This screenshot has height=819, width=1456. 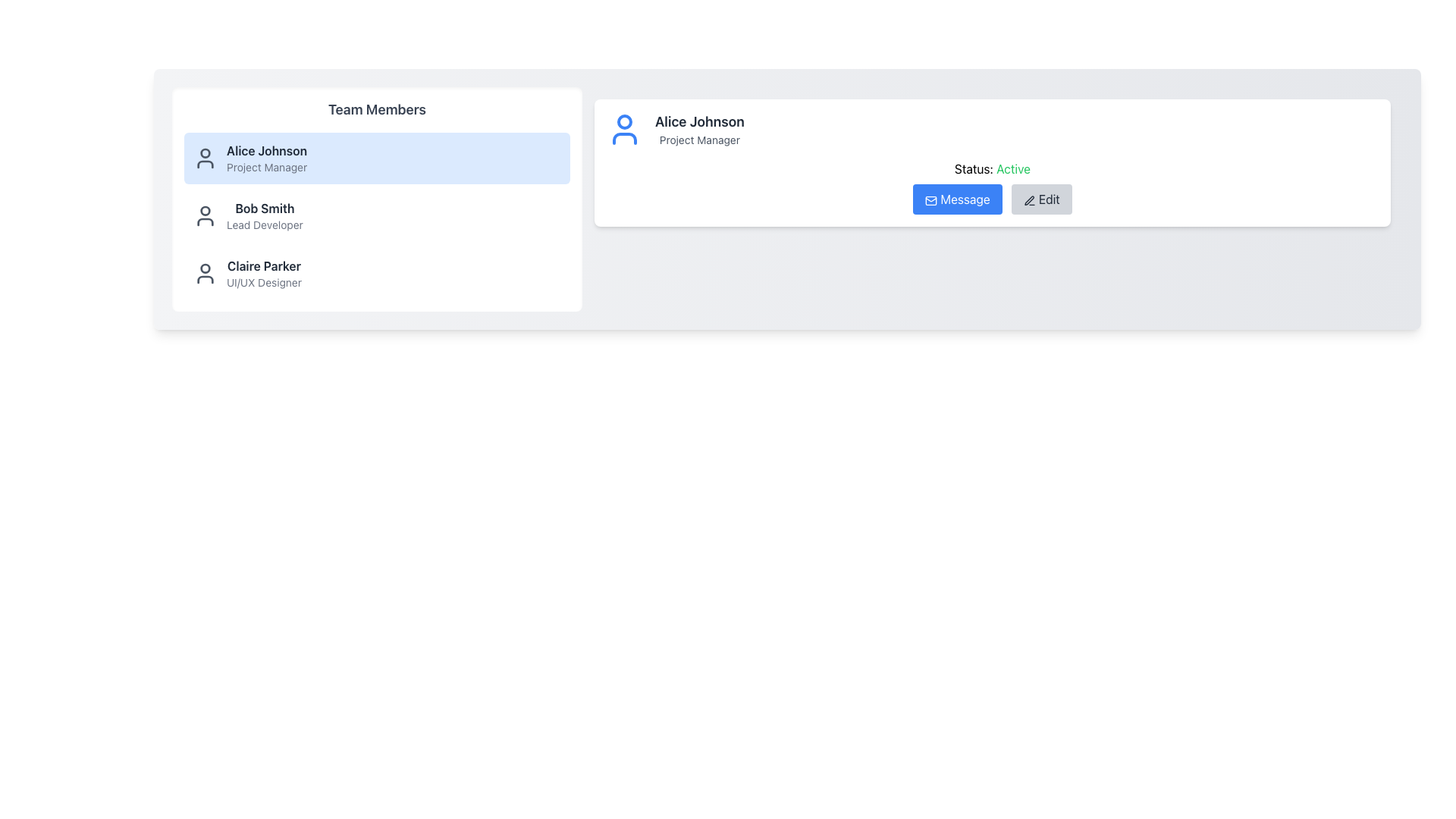 I want to click on the user profile icon for Claire Parker, which is a minimalistic dark gray design located on the left side of the entry displaying her details, so click(x=204, y=274).